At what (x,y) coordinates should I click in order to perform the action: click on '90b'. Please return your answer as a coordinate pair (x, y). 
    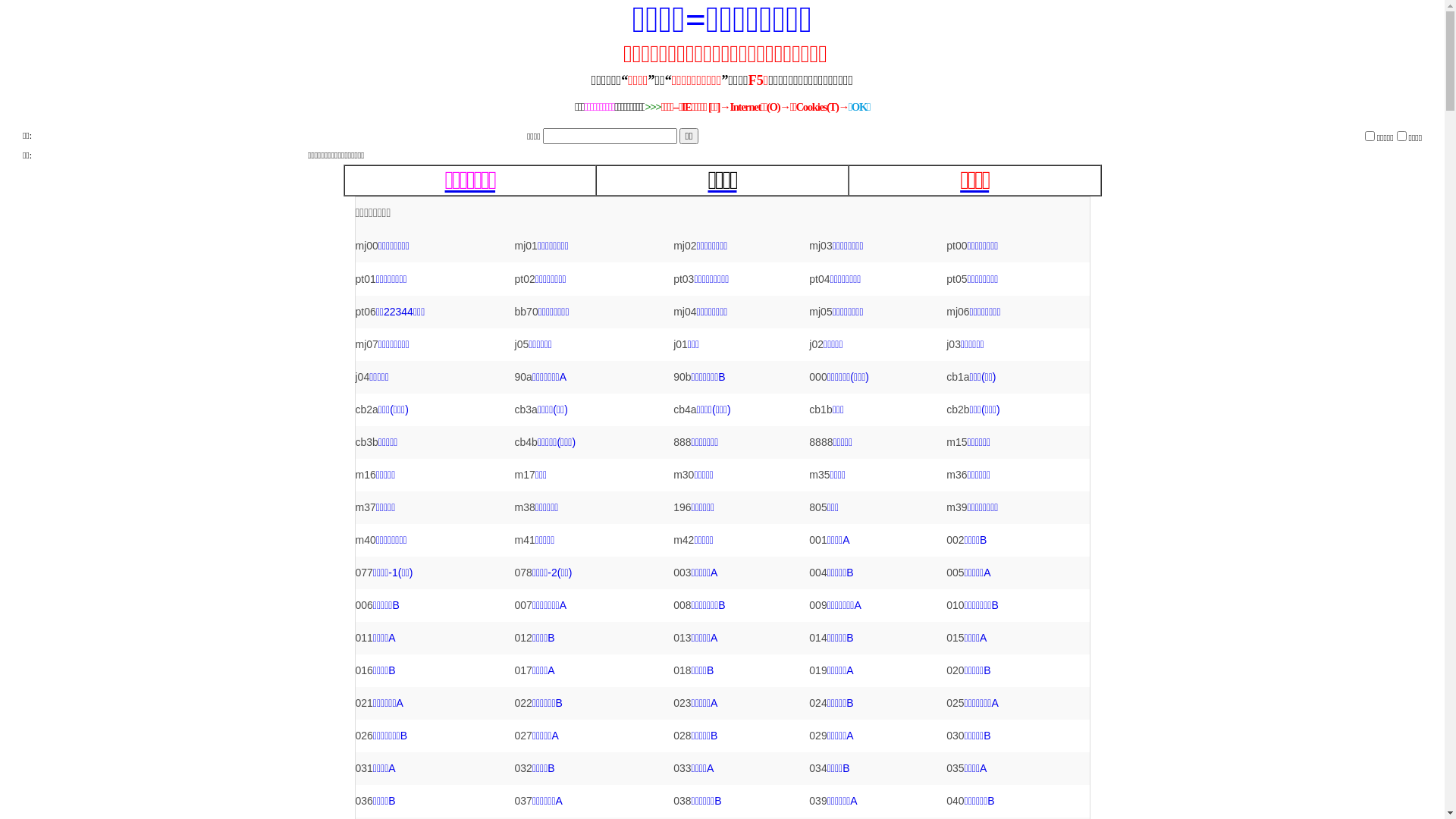
    Looking at the image, I should click on (681, 376).